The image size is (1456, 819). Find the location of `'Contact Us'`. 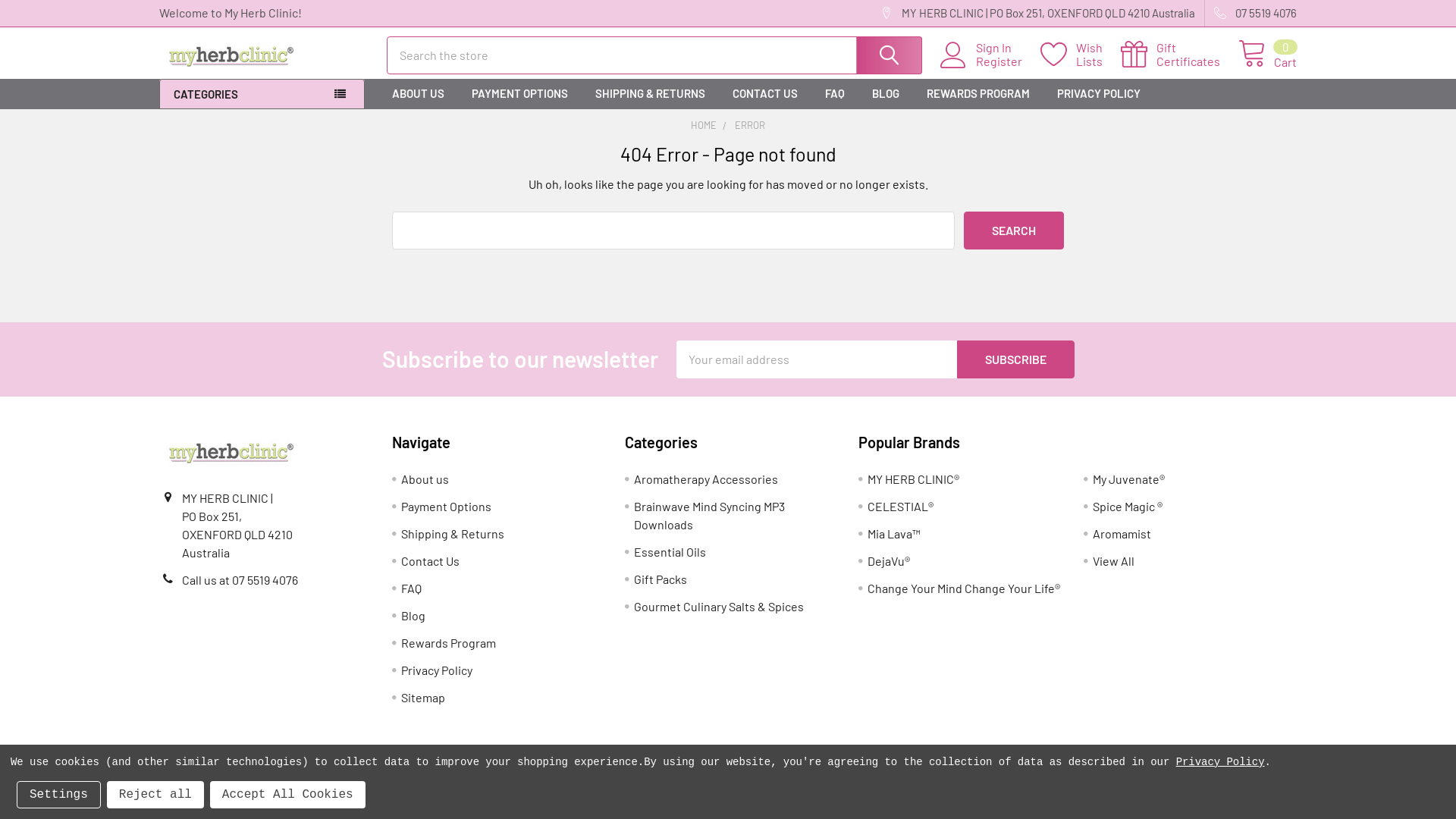

'Contact Us' is located at coordinates (429, 560).